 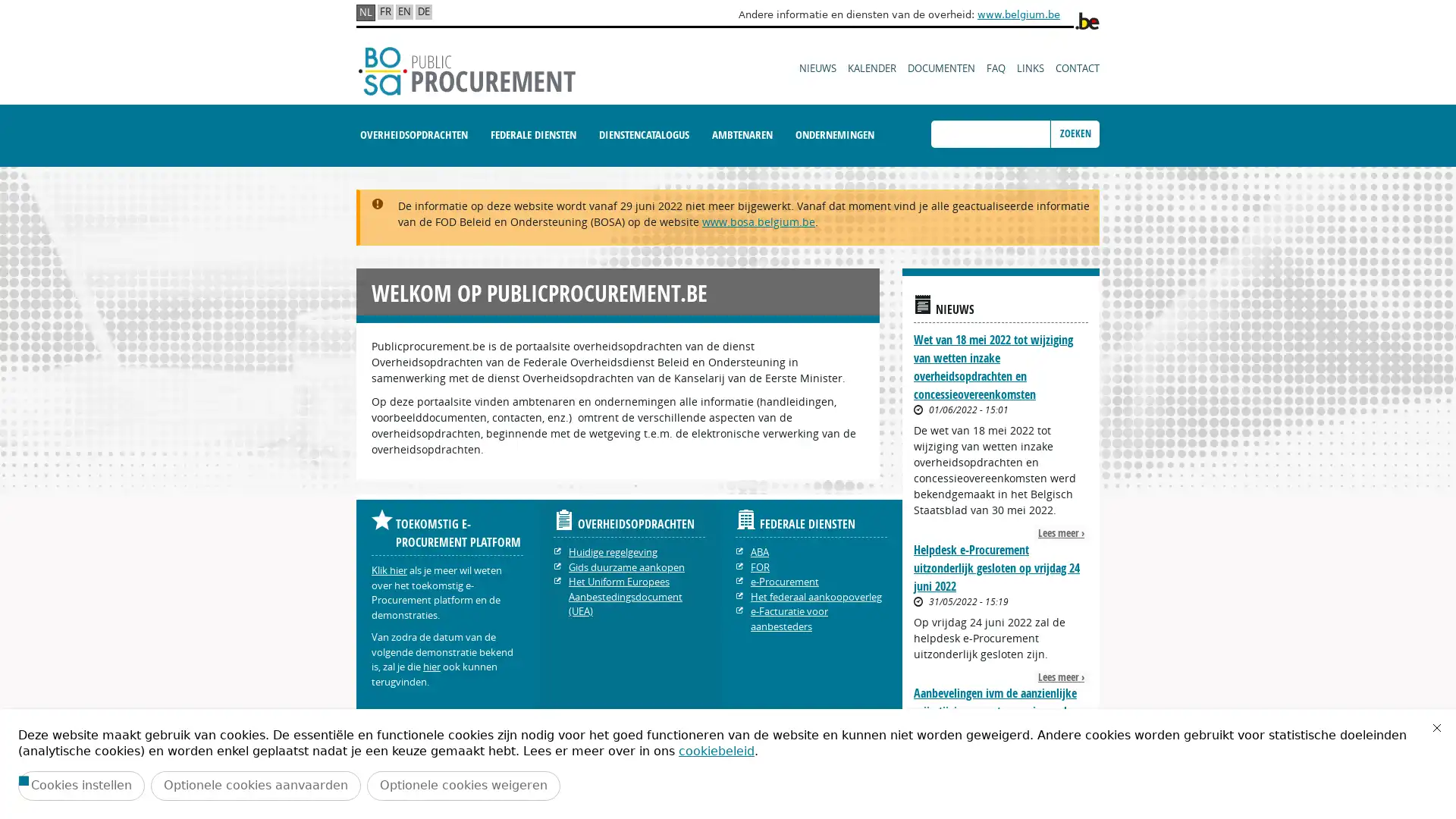 I want to click on Cookies instellen, so click(x=80, y=785).